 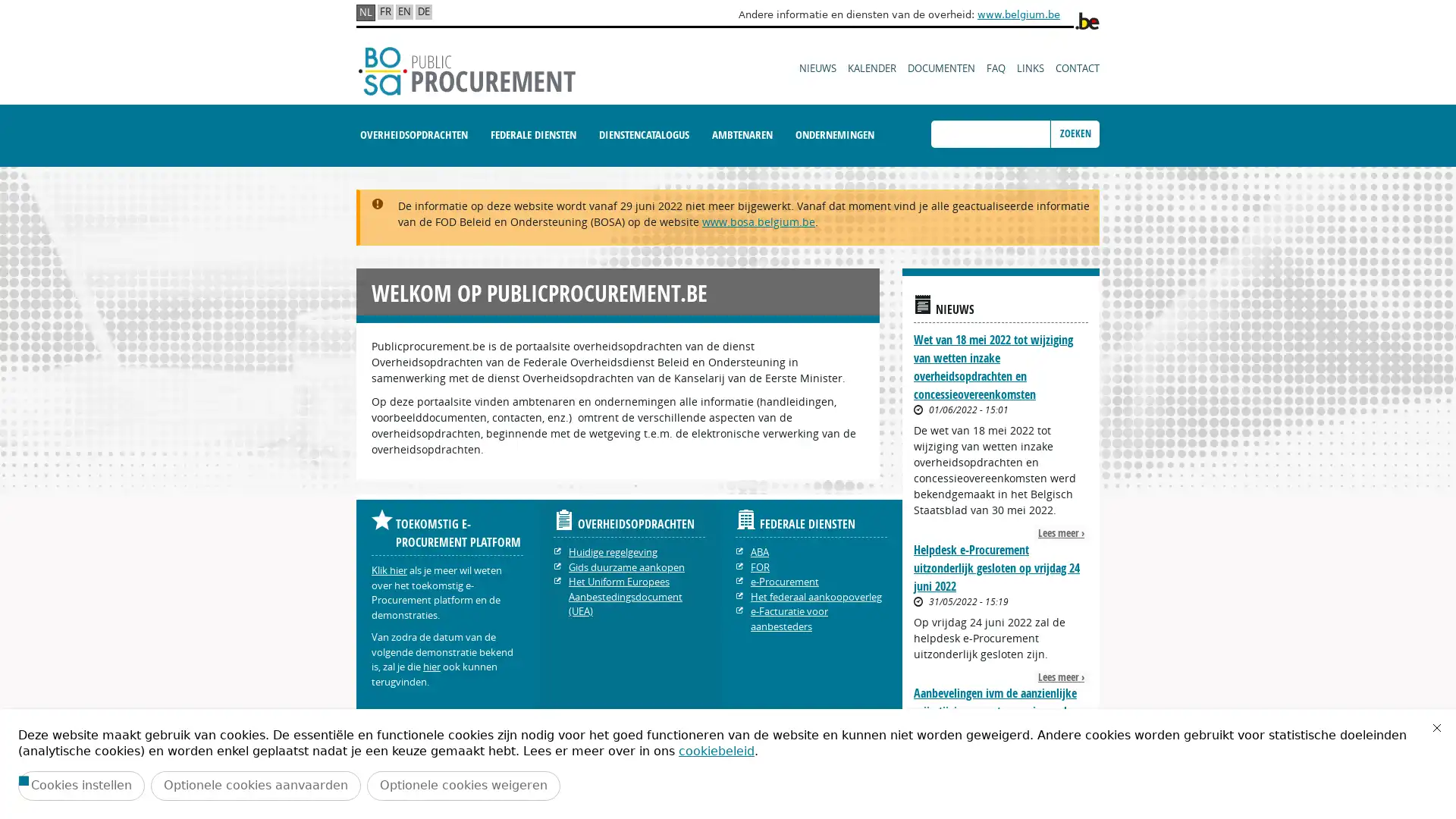 I want to click on Cookies instellen, so click(x=80, y=785).